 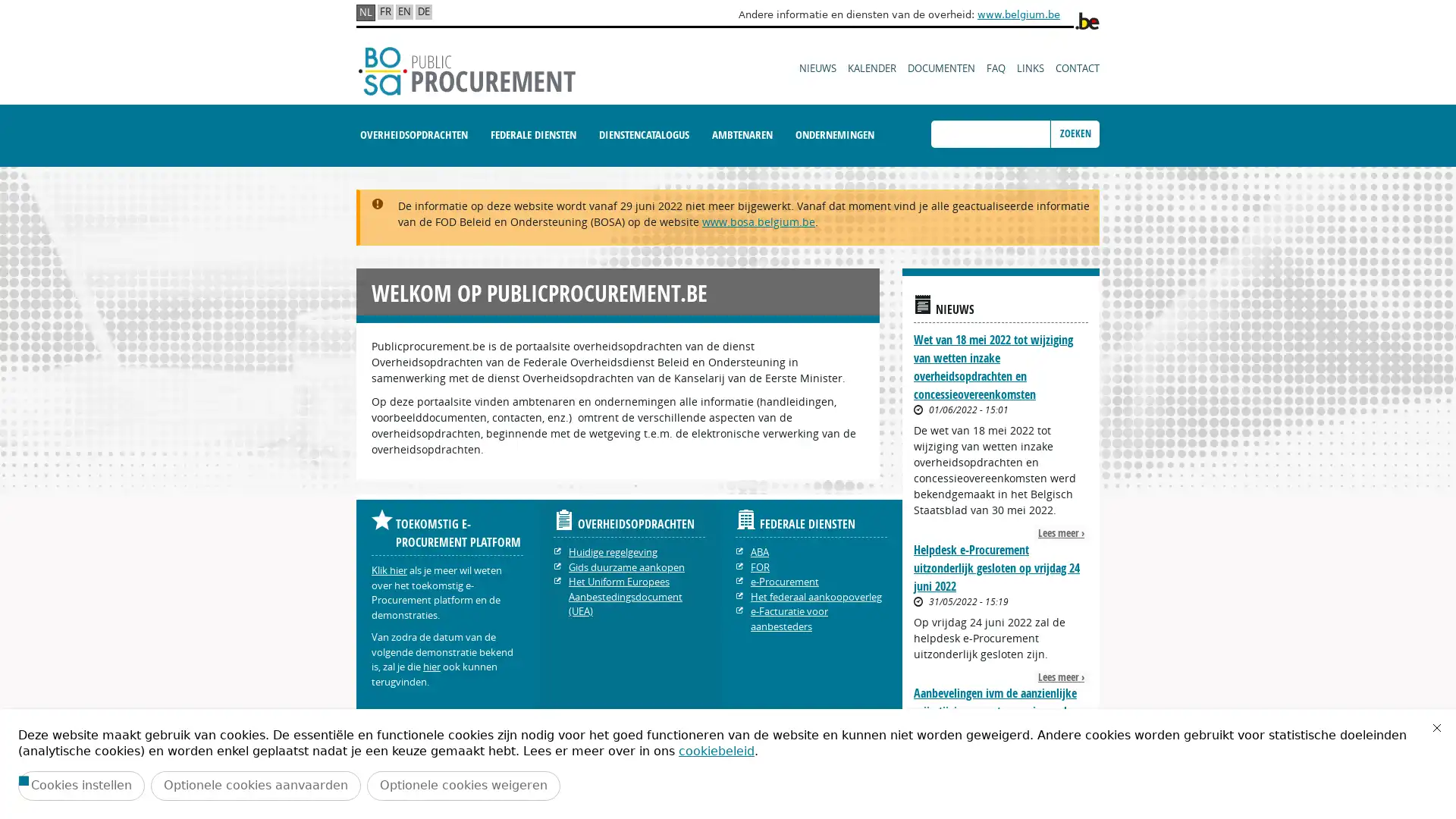 I want to click on Cookies instellen, so click(x=80, y=785).